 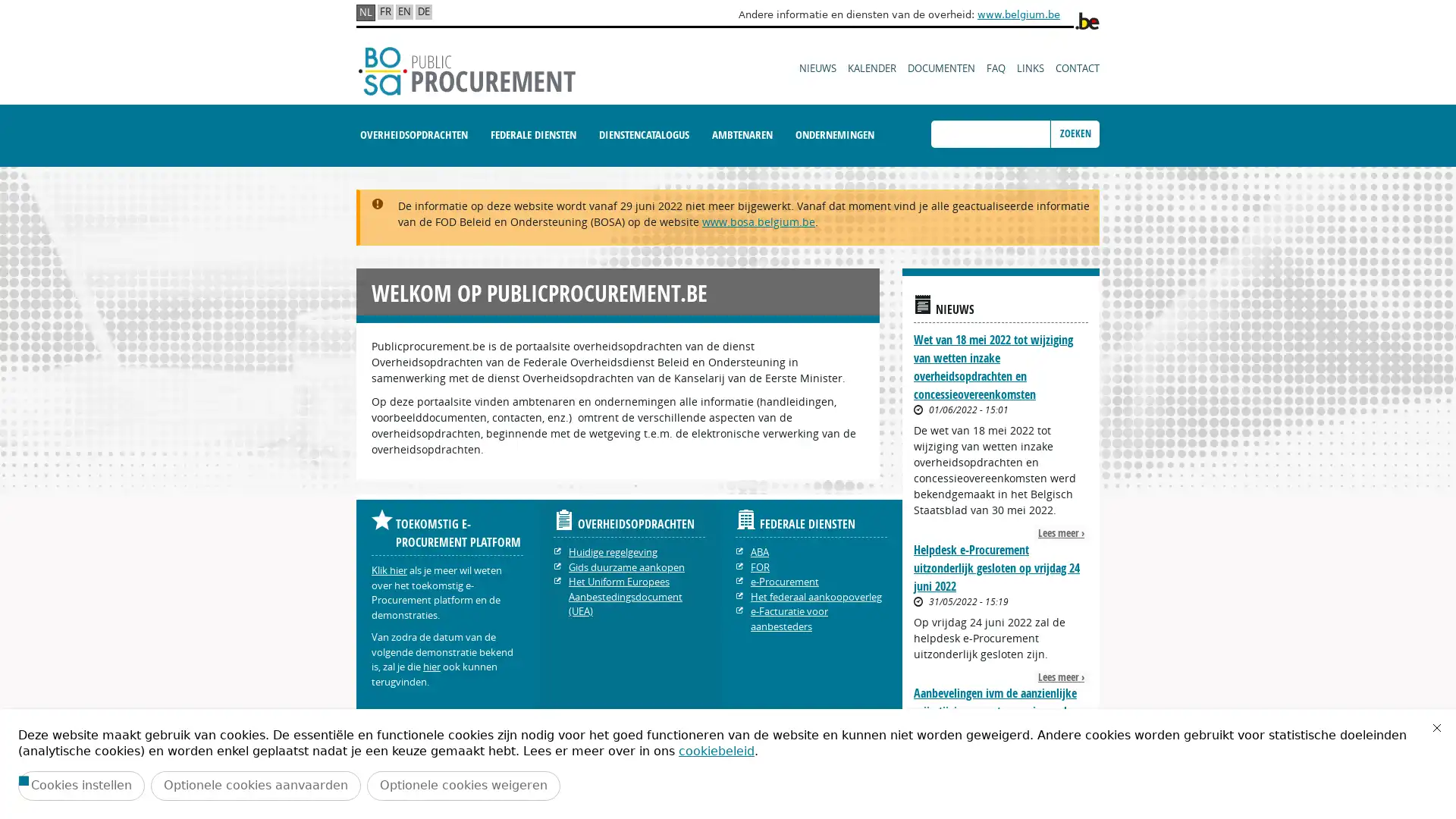 I want to click on Cookies instellen, so click(x=80, y=785).